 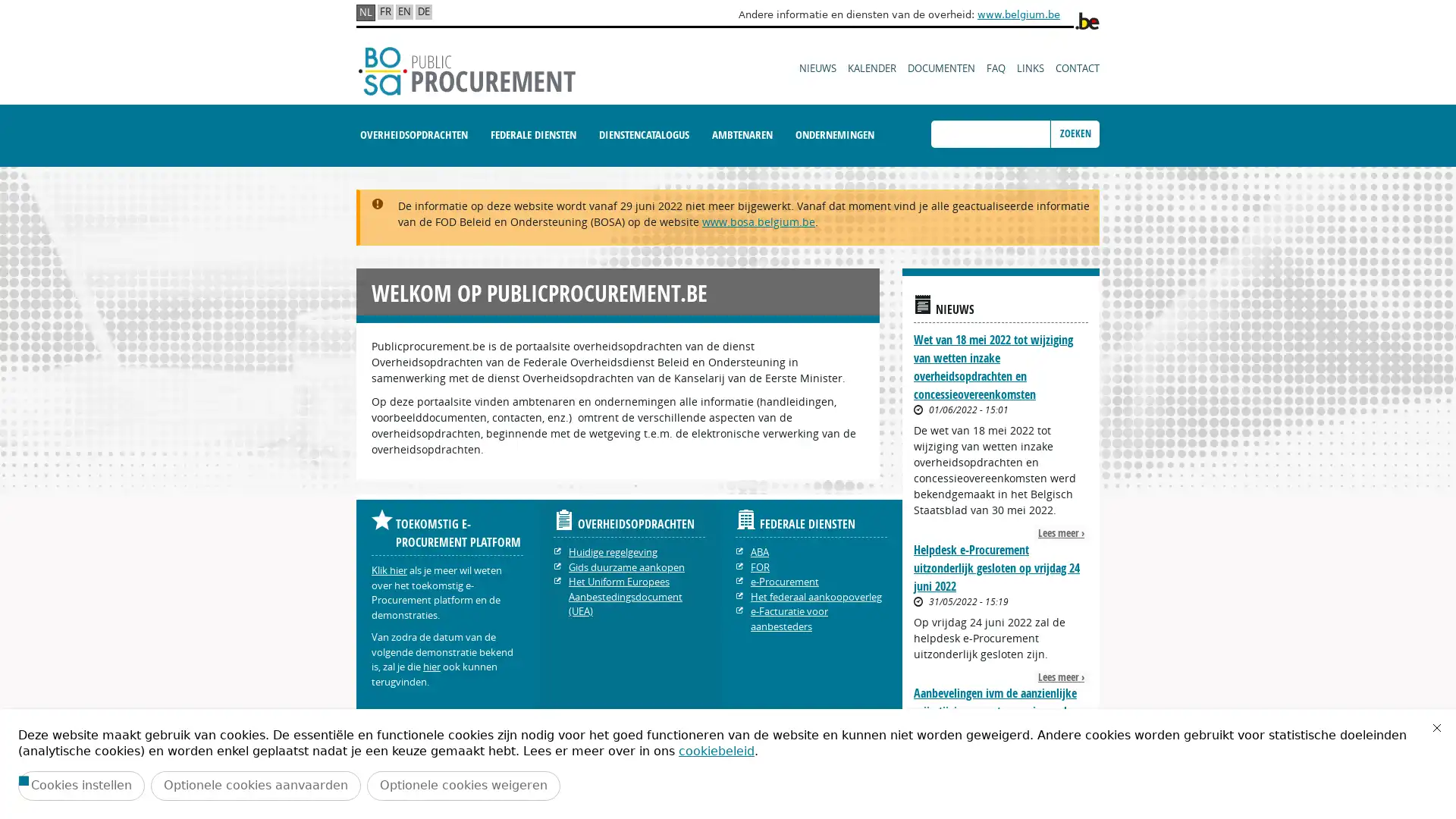 I want to click on Cookies instellen, so click(x=80, y=785).